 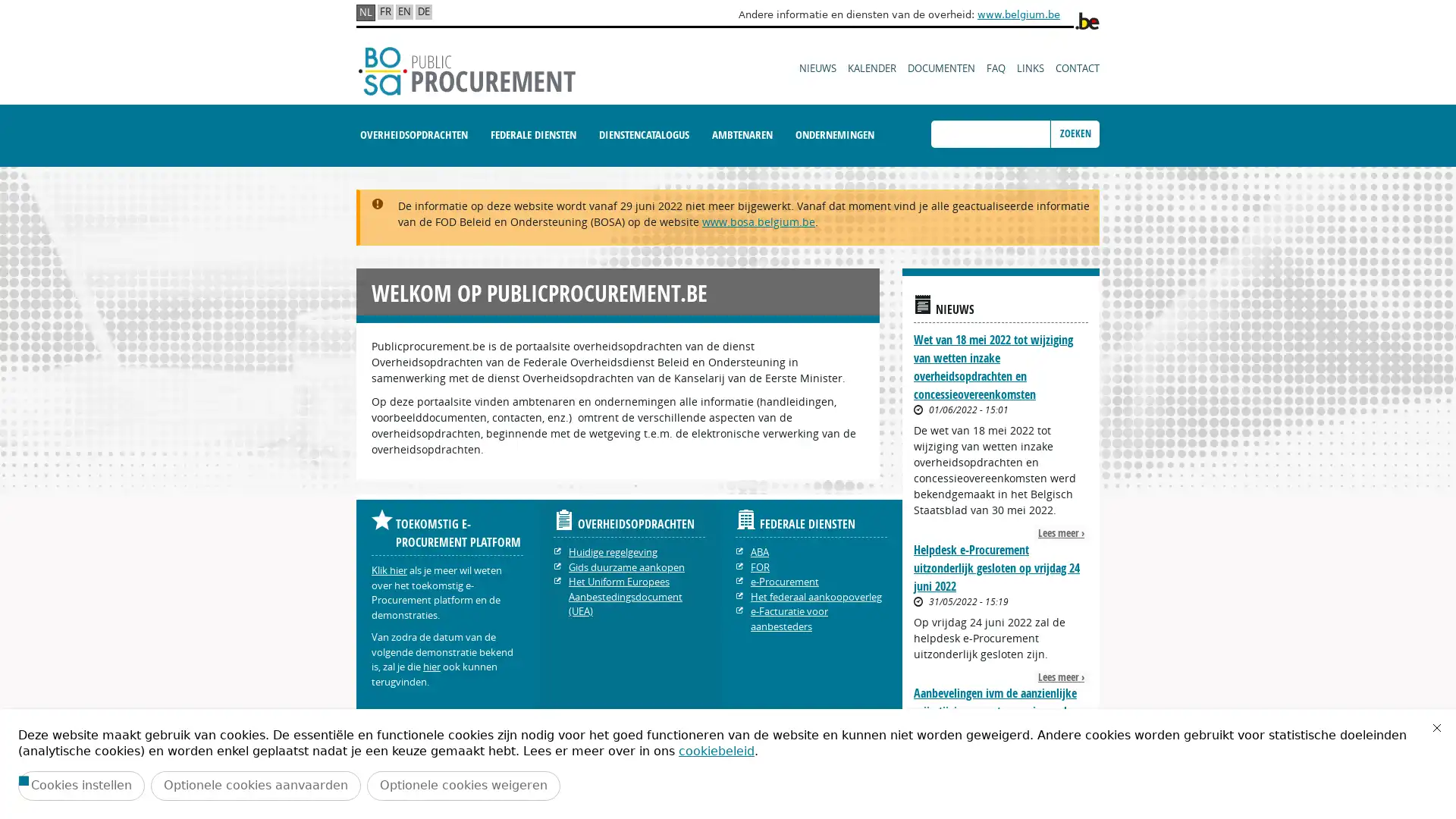 I want to click on Cookies instellen, so click(x=80, y=785).